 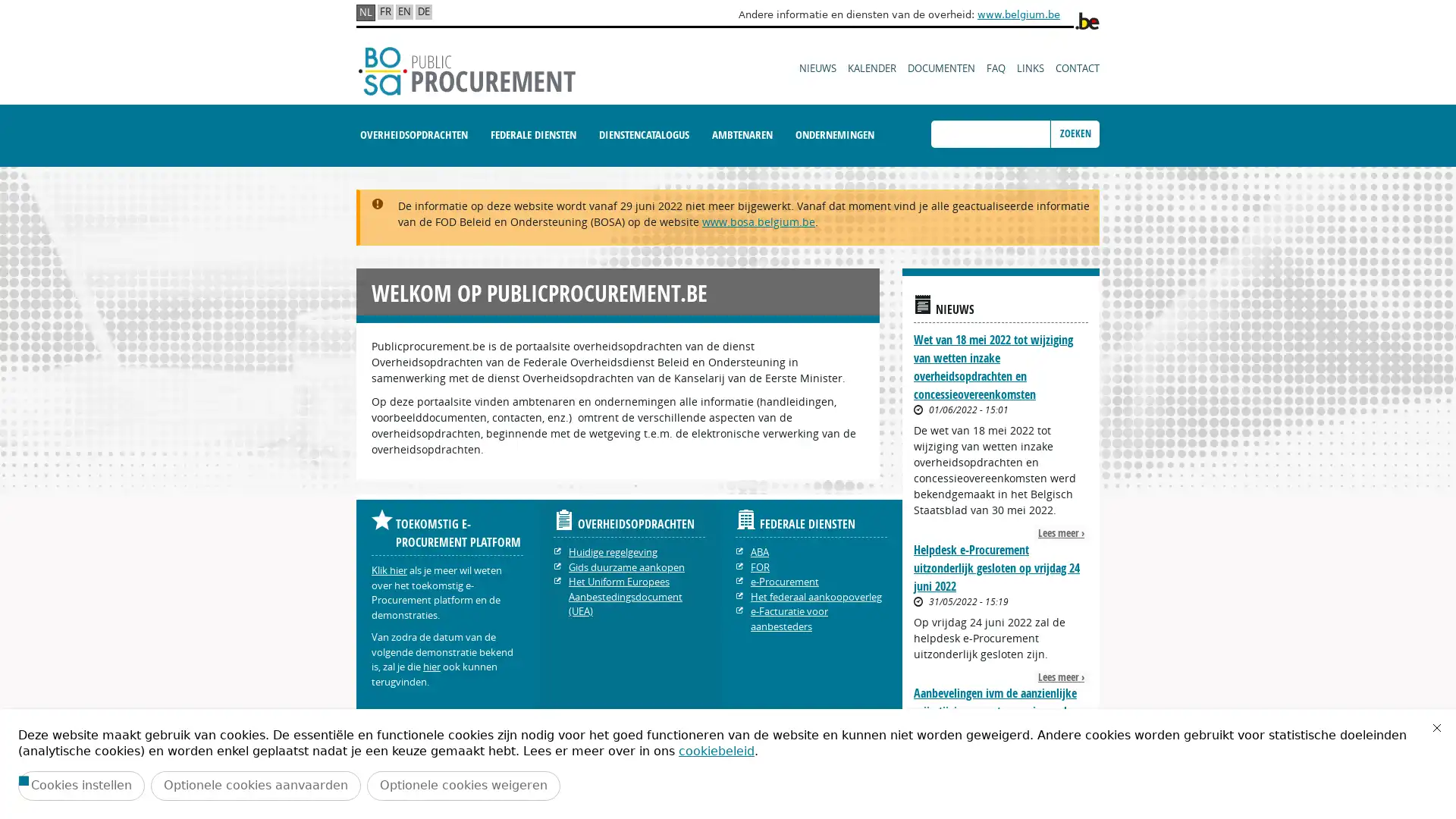 I want to click on Cookies instellen, so click(x=80, y=785).